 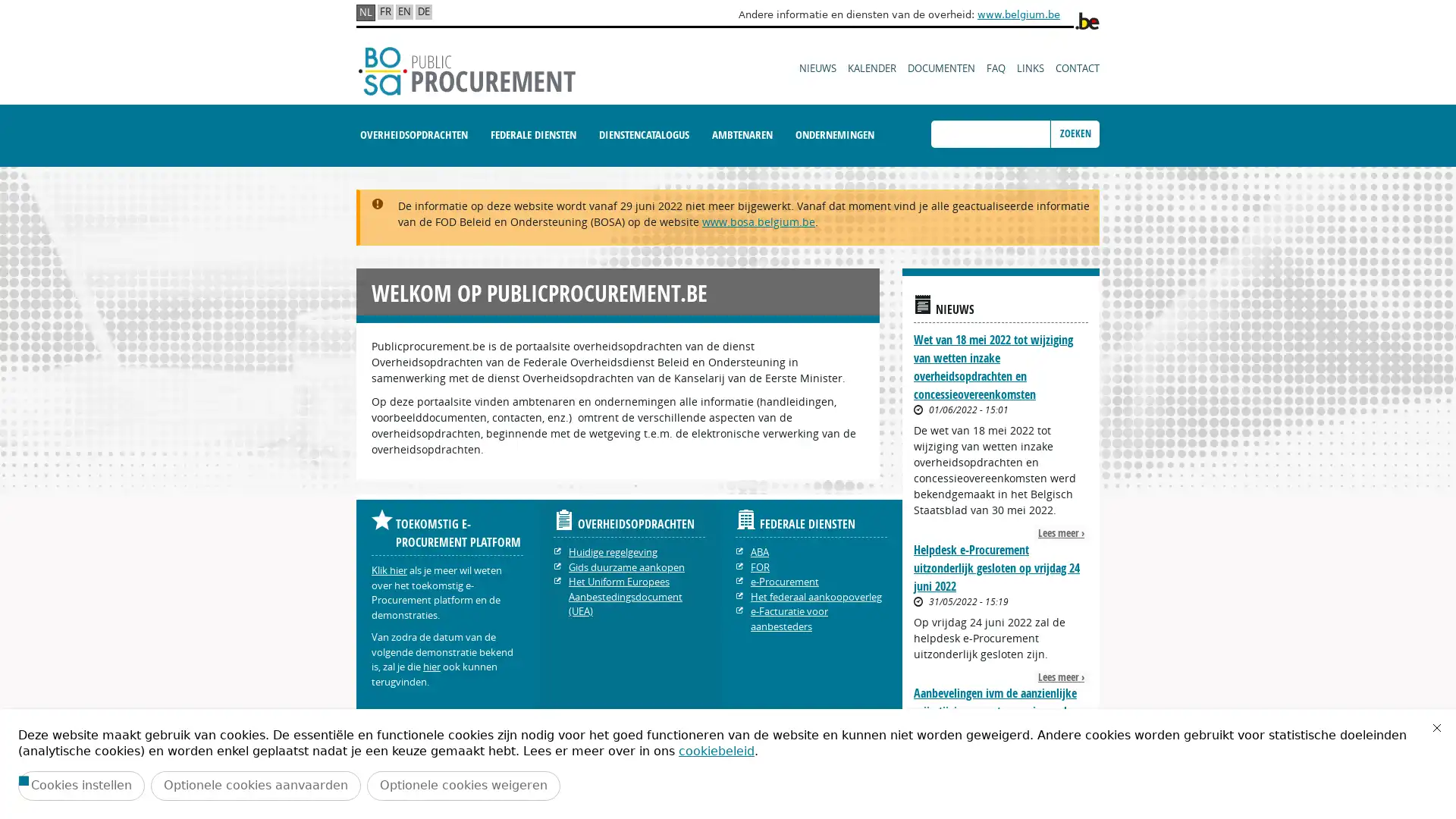 I want to click on Cookies instellen, so click(x=80, y=785).